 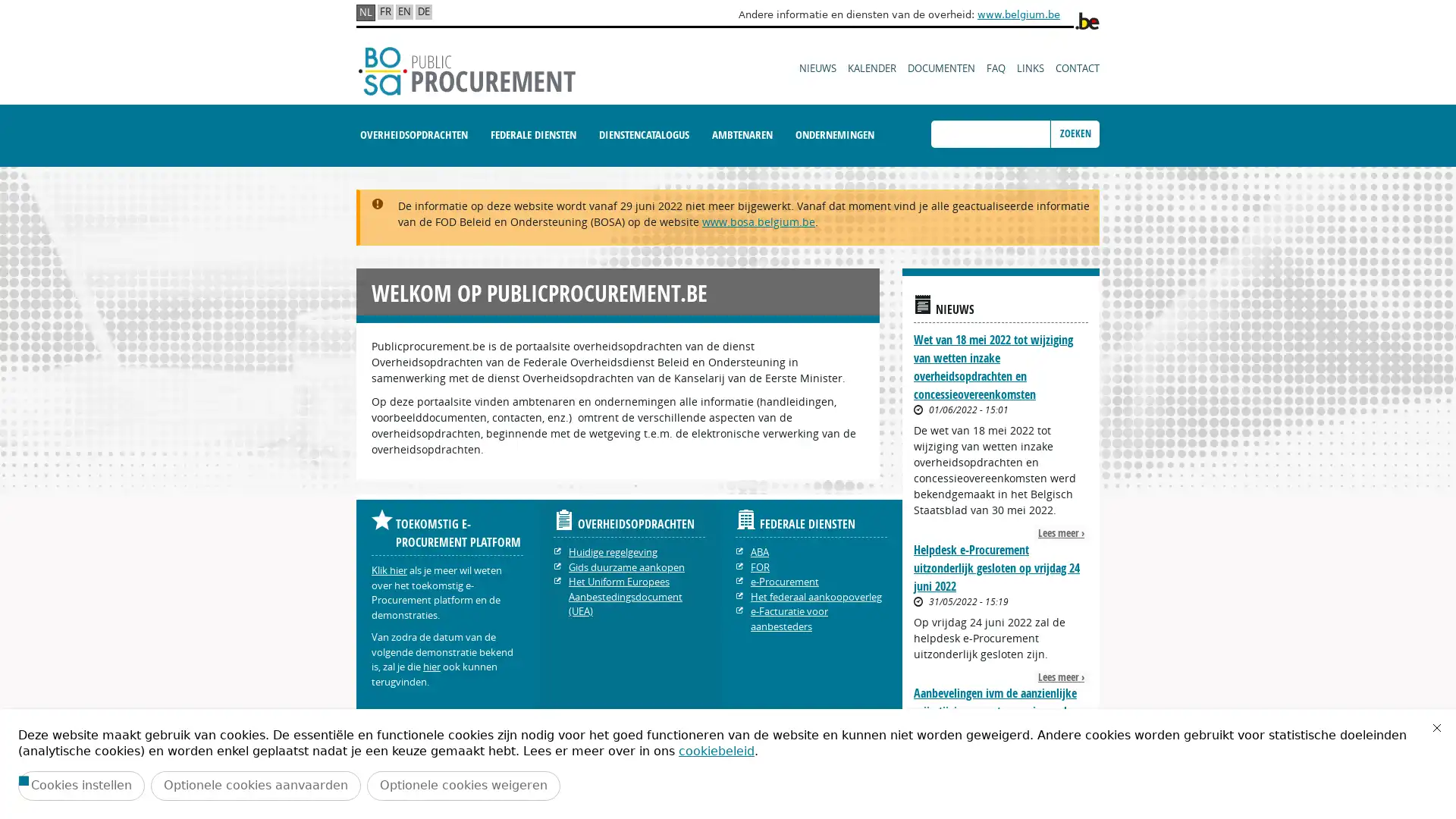 I want to click on Cookies instellen, so click(x=80, y=785).